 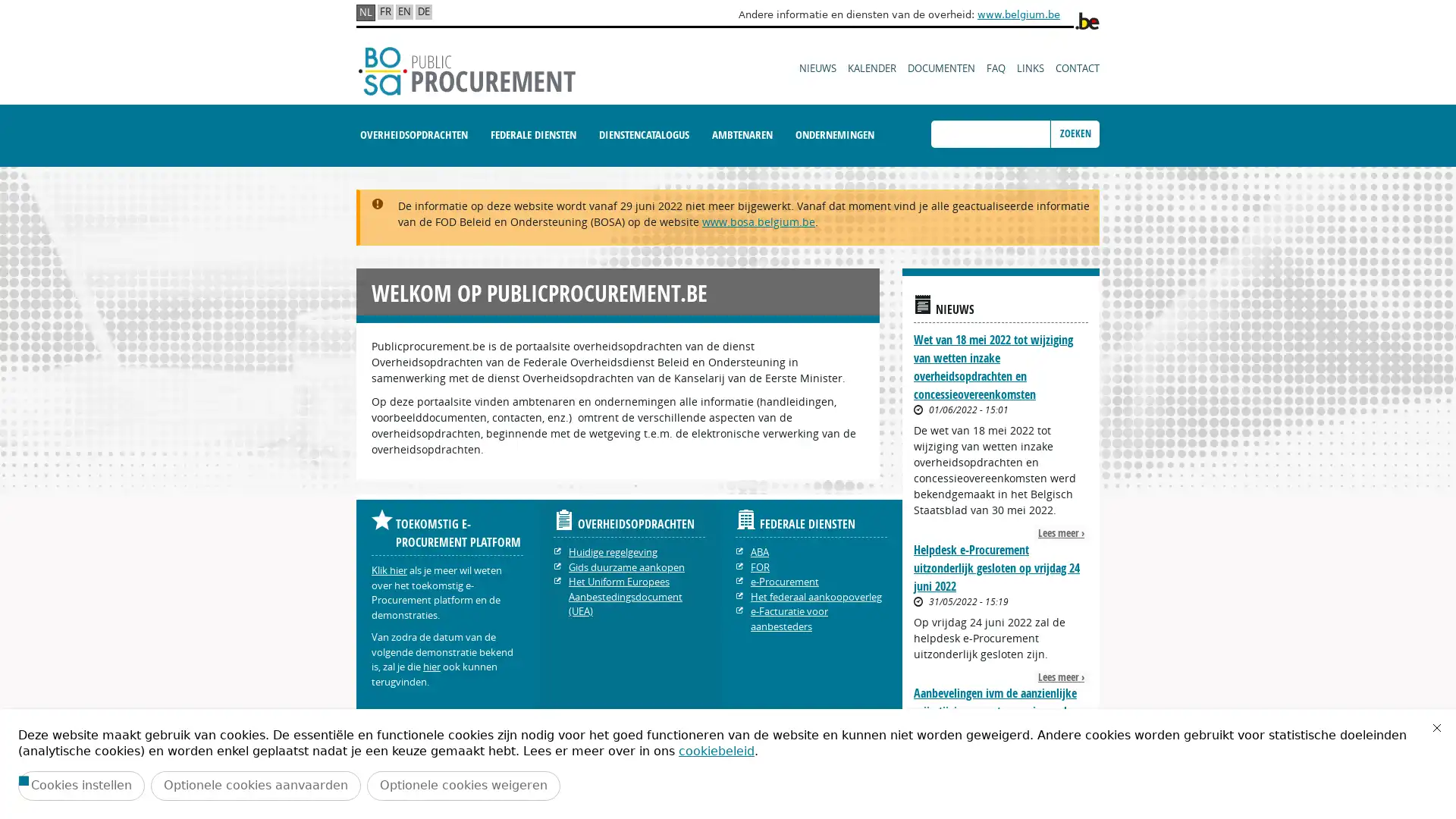 I want to click on Cookies instellen, so click(x=80, y=785).